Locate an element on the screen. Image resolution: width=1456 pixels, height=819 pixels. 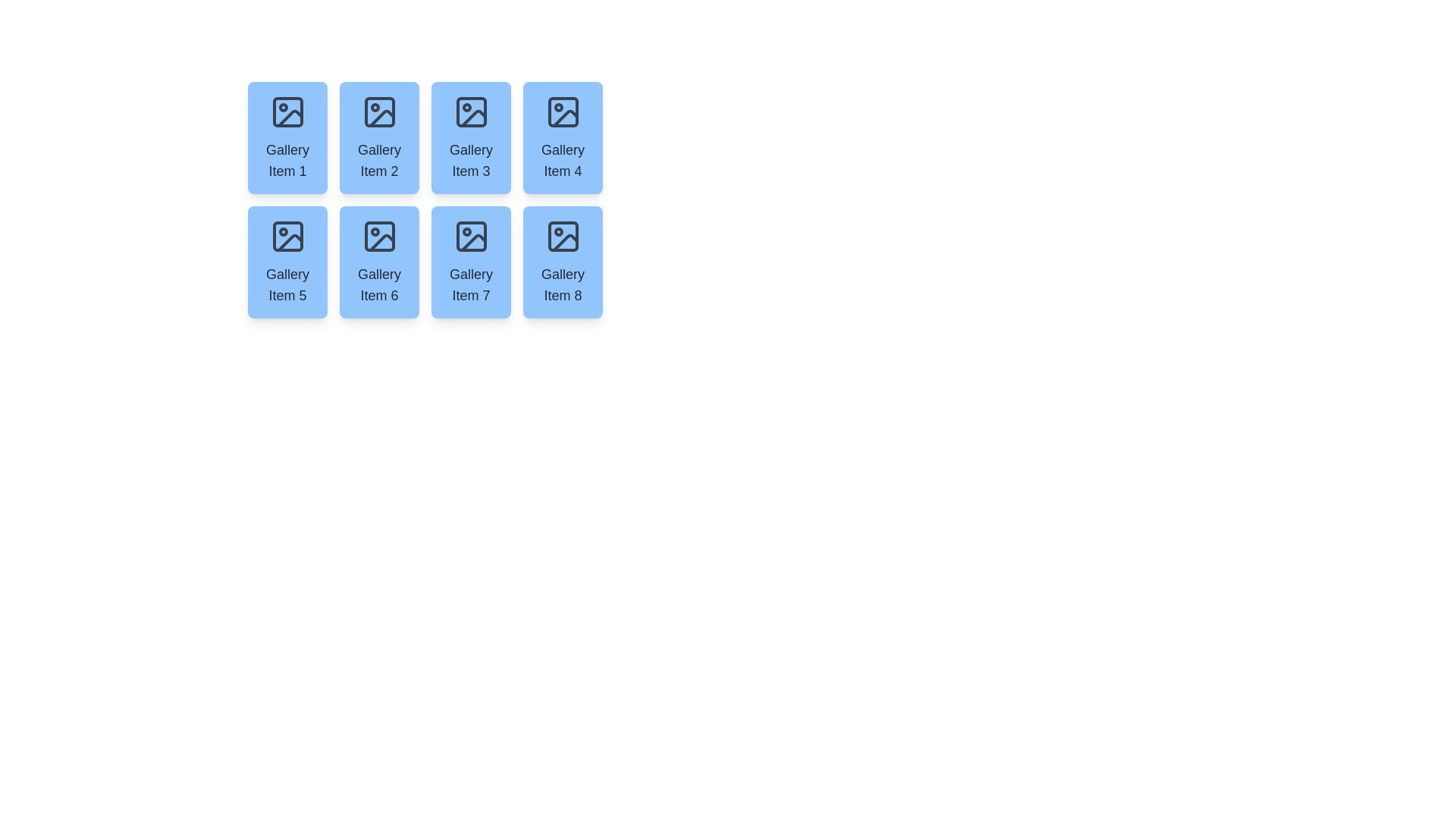
the text label that identifies the specific gallery item in the second column of the first row in a grid layout is located at coordinates (379, 161).